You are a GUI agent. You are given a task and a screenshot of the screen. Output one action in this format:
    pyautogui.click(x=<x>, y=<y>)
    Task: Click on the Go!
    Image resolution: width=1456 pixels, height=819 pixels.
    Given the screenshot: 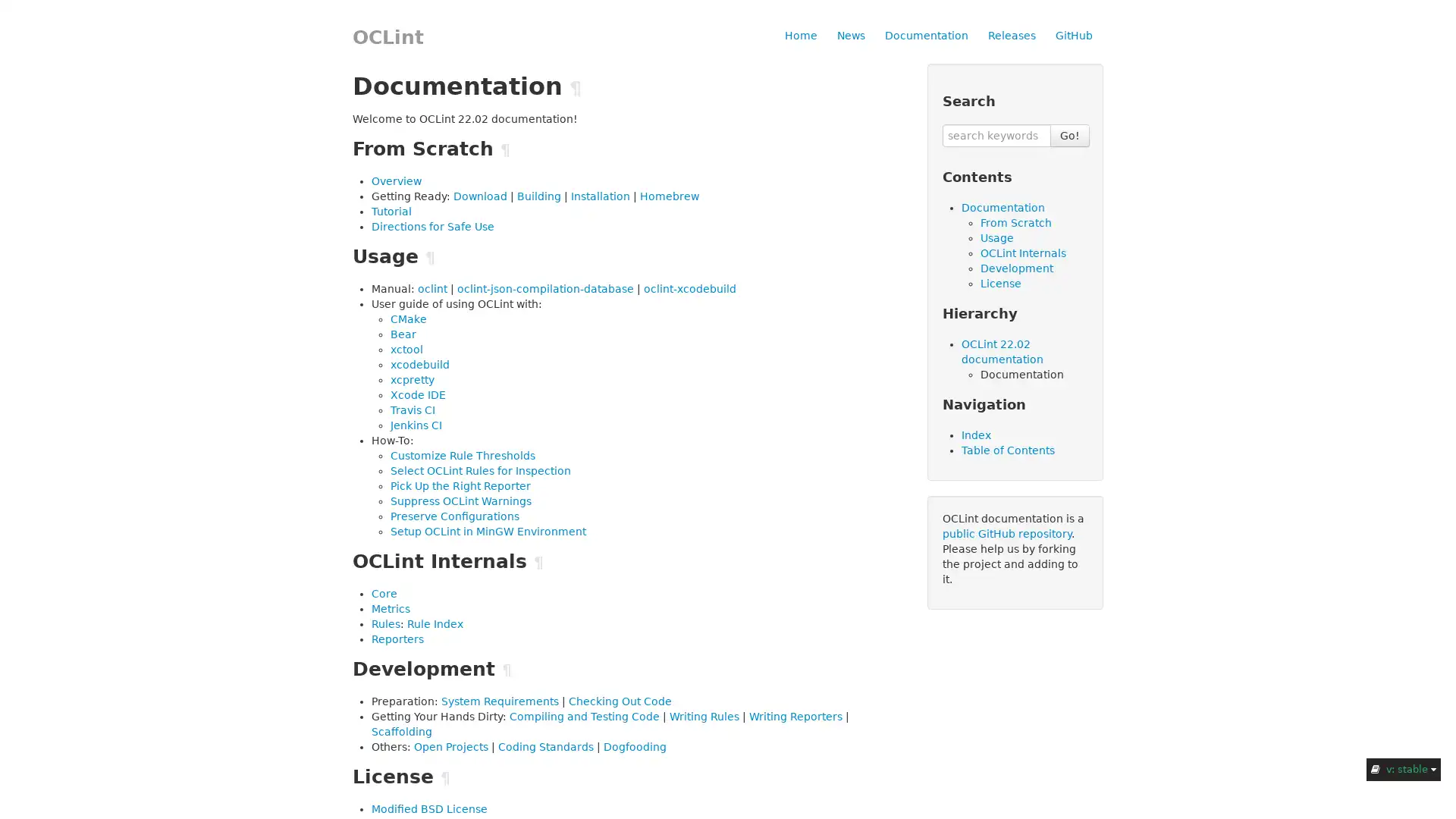 What is the action you would take?
    pyautogui.click(x=1069, y=134)
    